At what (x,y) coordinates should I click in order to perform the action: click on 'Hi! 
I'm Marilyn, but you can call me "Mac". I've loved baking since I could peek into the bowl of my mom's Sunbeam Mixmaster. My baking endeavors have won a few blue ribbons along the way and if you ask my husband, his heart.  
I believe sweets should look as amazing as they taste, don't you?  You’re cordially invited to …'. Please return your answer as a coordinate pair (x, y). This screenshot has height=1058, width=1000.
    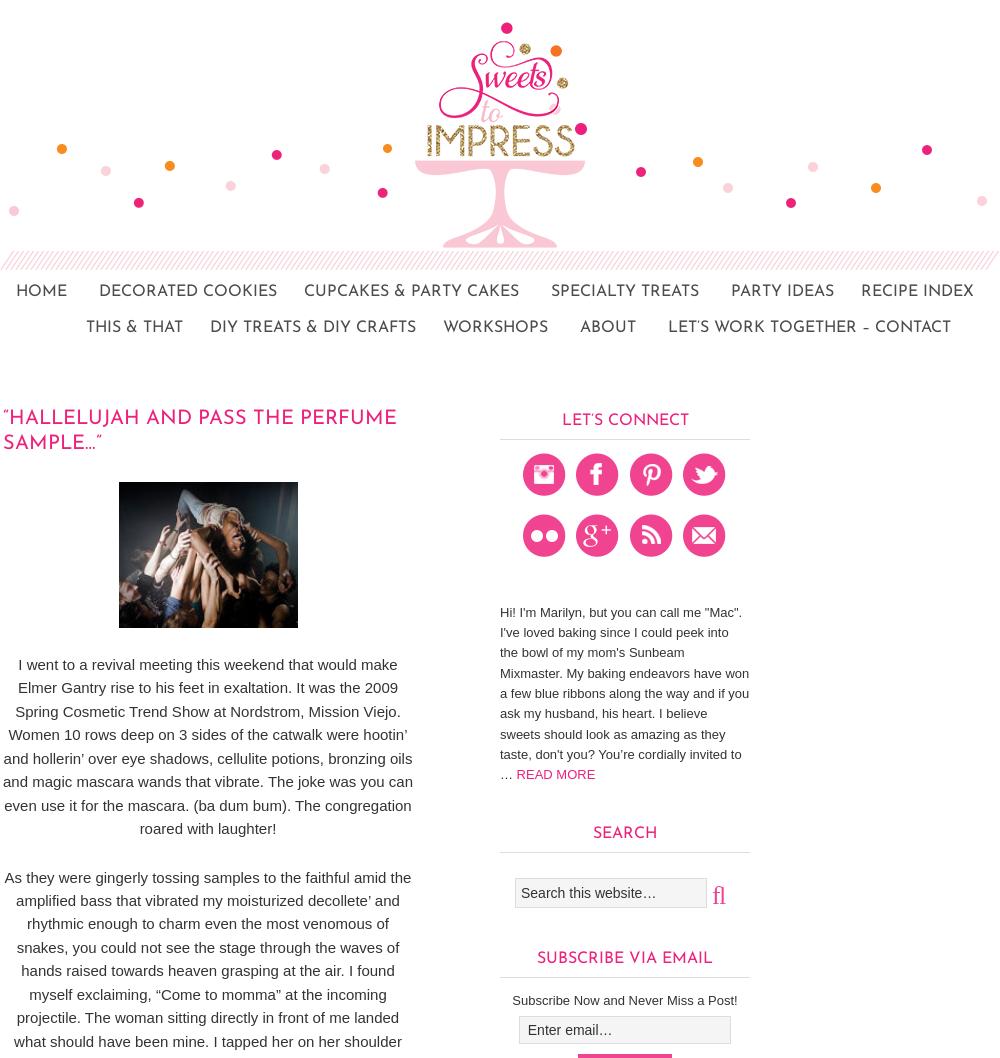
    Looking at the image, I should click on (623, 691).